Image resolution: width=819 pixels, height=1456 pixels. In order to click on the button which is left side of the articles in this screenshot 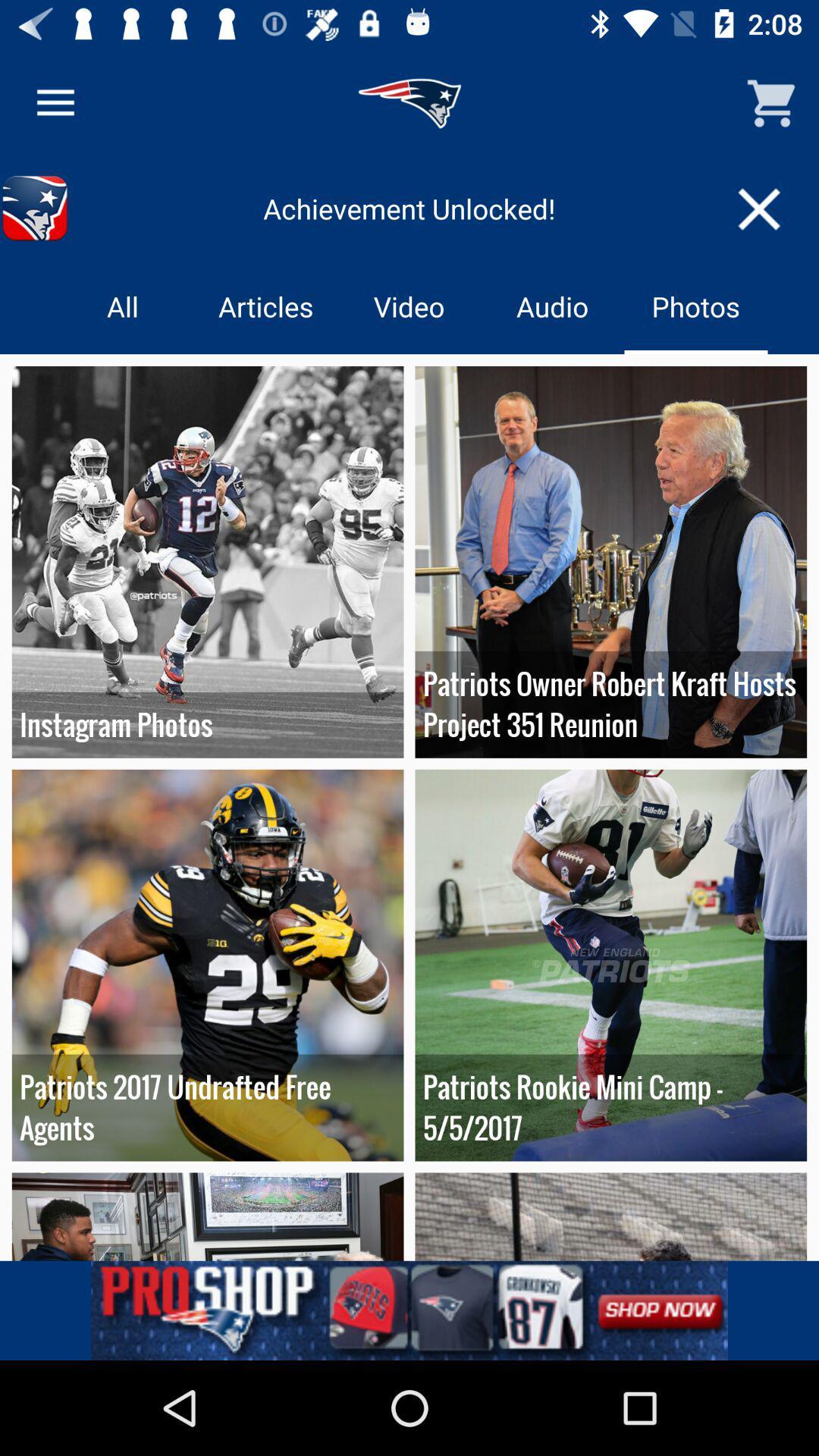, I will do `click(122, 305)`.